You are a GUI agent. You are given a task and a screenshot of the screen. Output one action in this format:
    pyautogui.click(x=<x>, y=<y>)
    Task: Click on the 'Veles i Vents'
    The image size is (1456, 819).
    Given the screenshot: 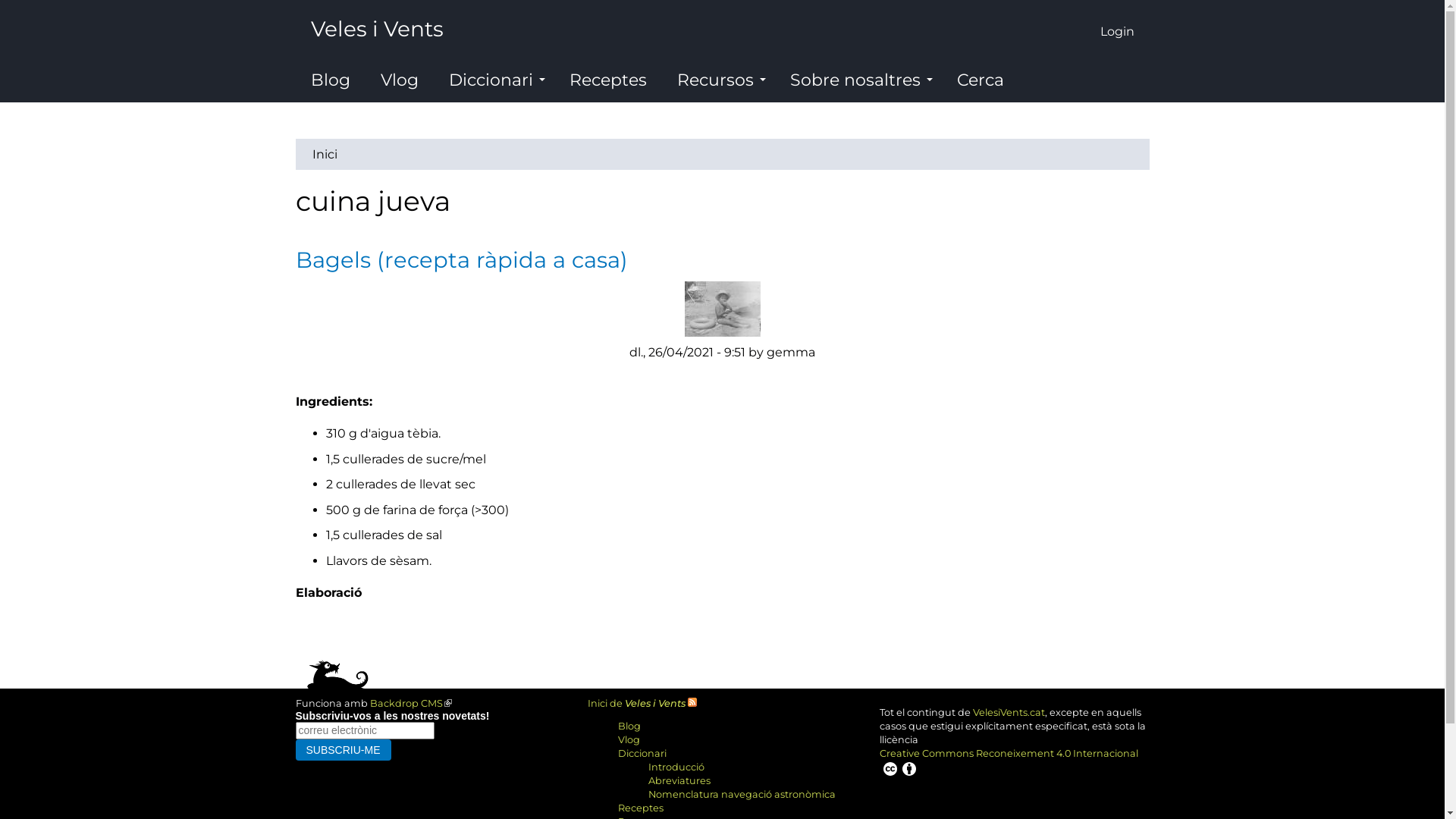 What is the action you would take?
    pyautogui.click(x=295, y=26)
    